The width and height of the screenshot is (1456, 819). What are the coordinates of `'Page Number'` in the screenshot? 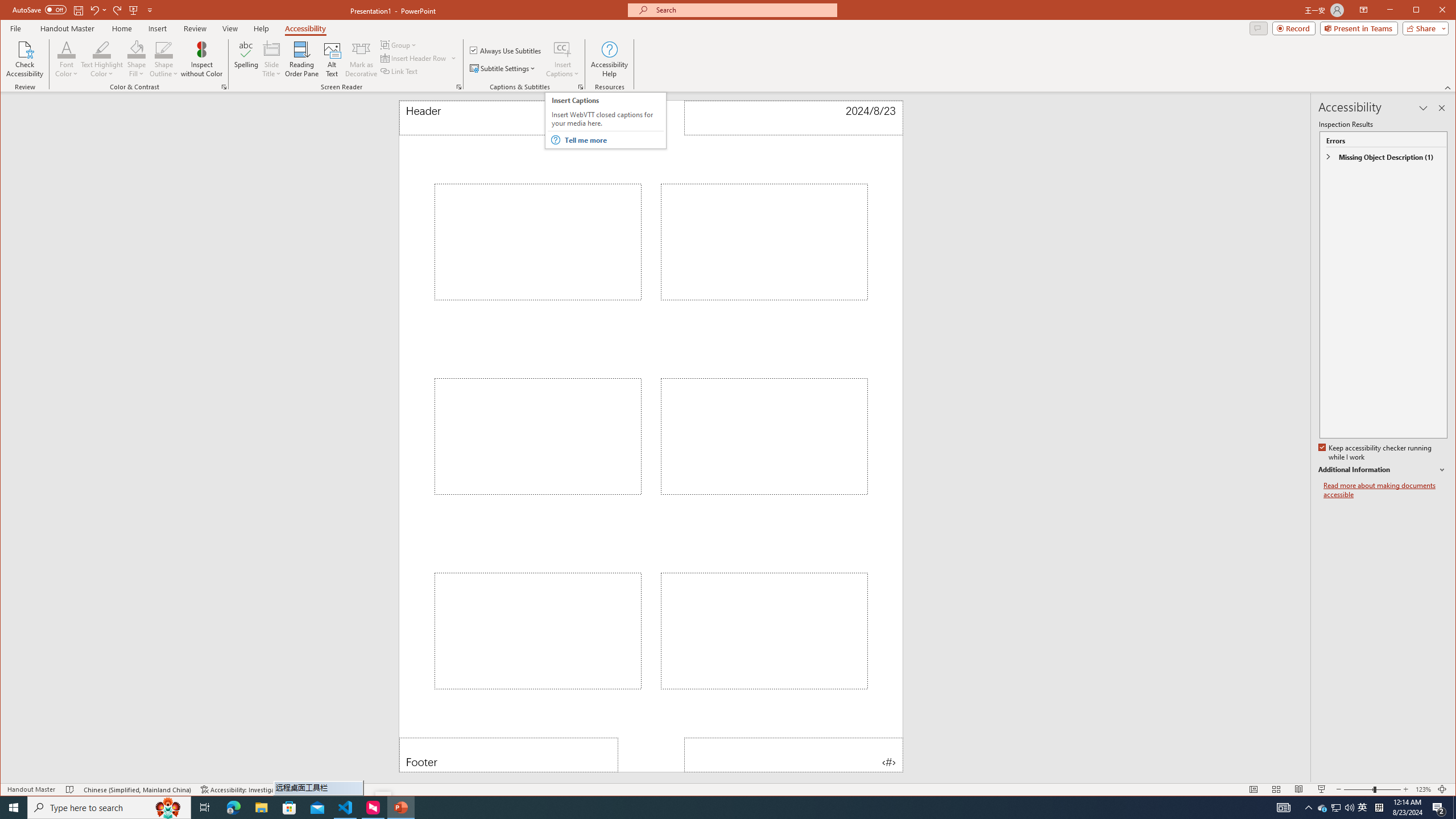 It's located at (793, 754).